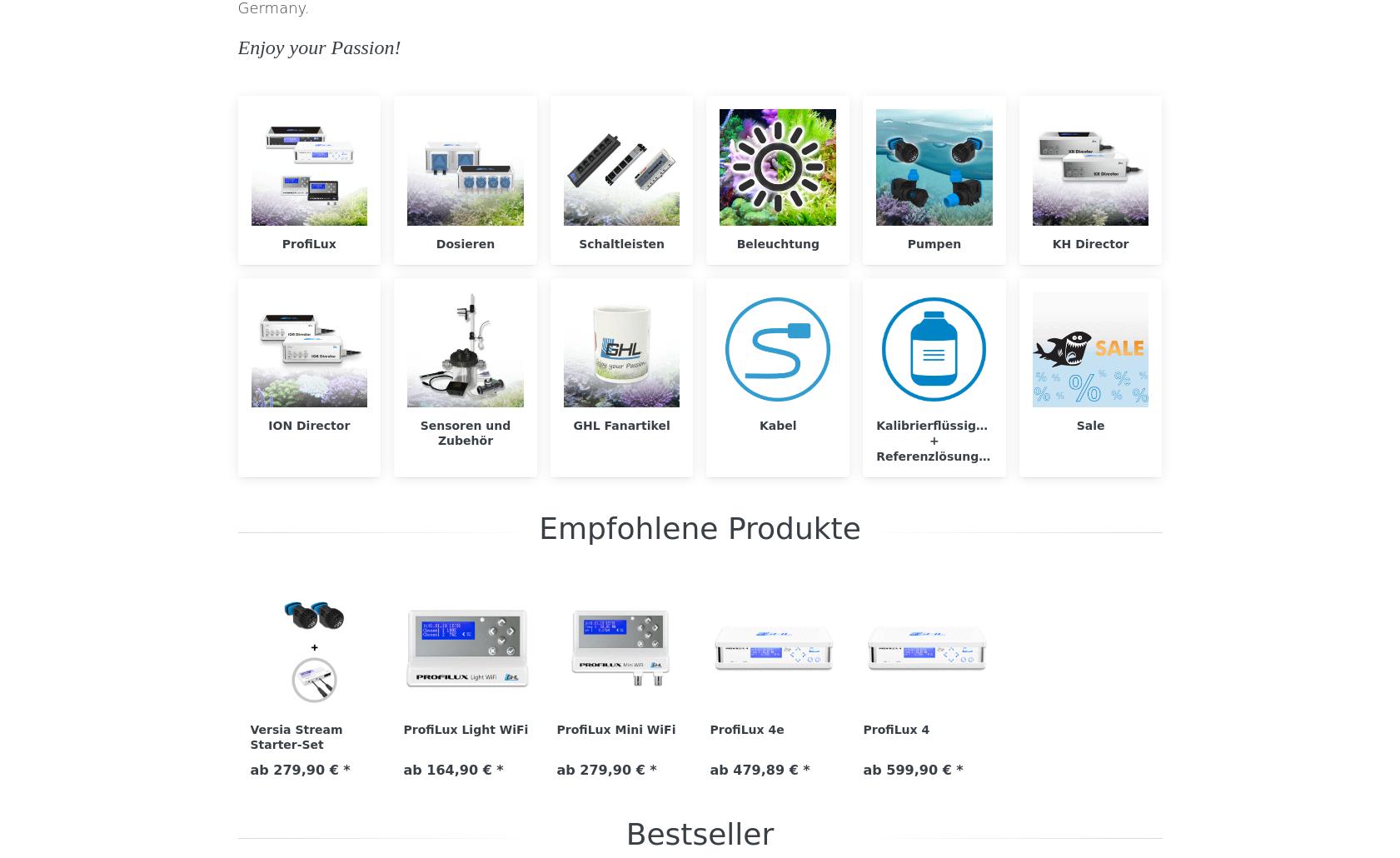  Describe the element at coordinates (946, 441) in the screenshot. I see `'Kalibrierflüssigkeiten + Referenzlösungen'` at that location.